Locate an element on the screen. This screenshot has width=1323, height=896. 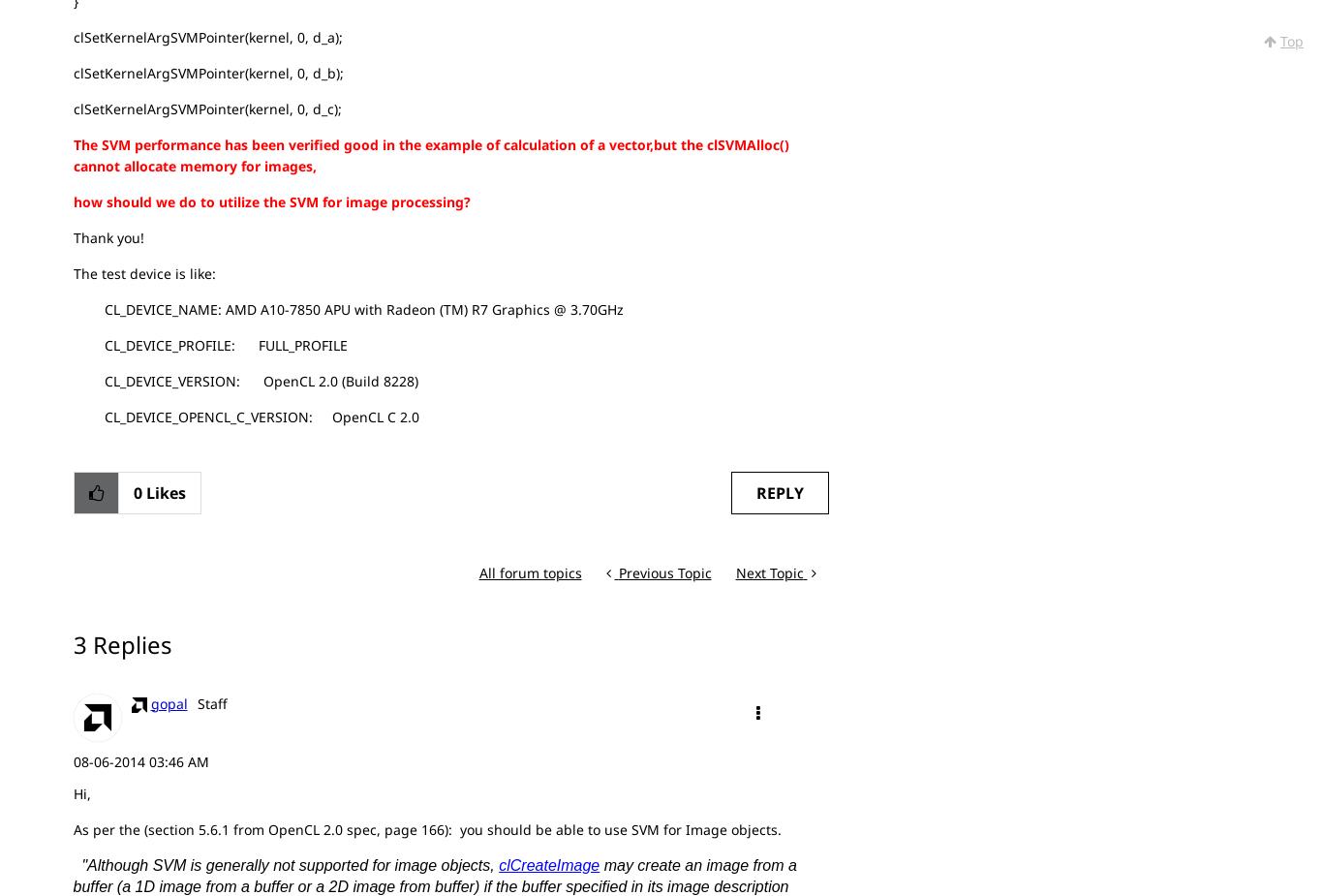
'clSetKernelArgSVMPointer(kernel, 0, d_c);' is located at coordinates (205, 107).